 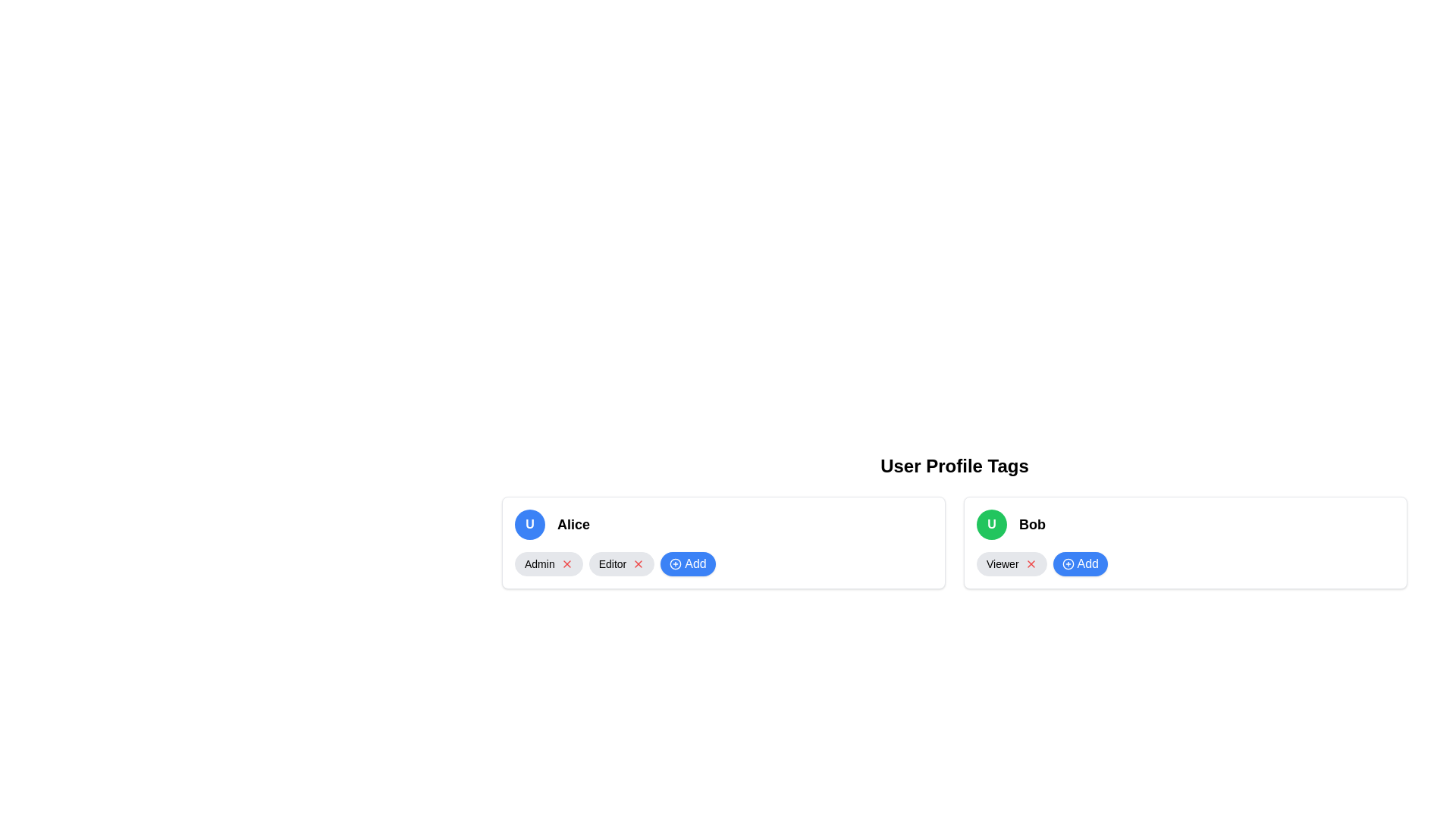 What do you see at coordinates (675, 564) in the screenshot?
I see `the 'Add' button icon located within the user profile tag interface` at bounding box center [675, 564].